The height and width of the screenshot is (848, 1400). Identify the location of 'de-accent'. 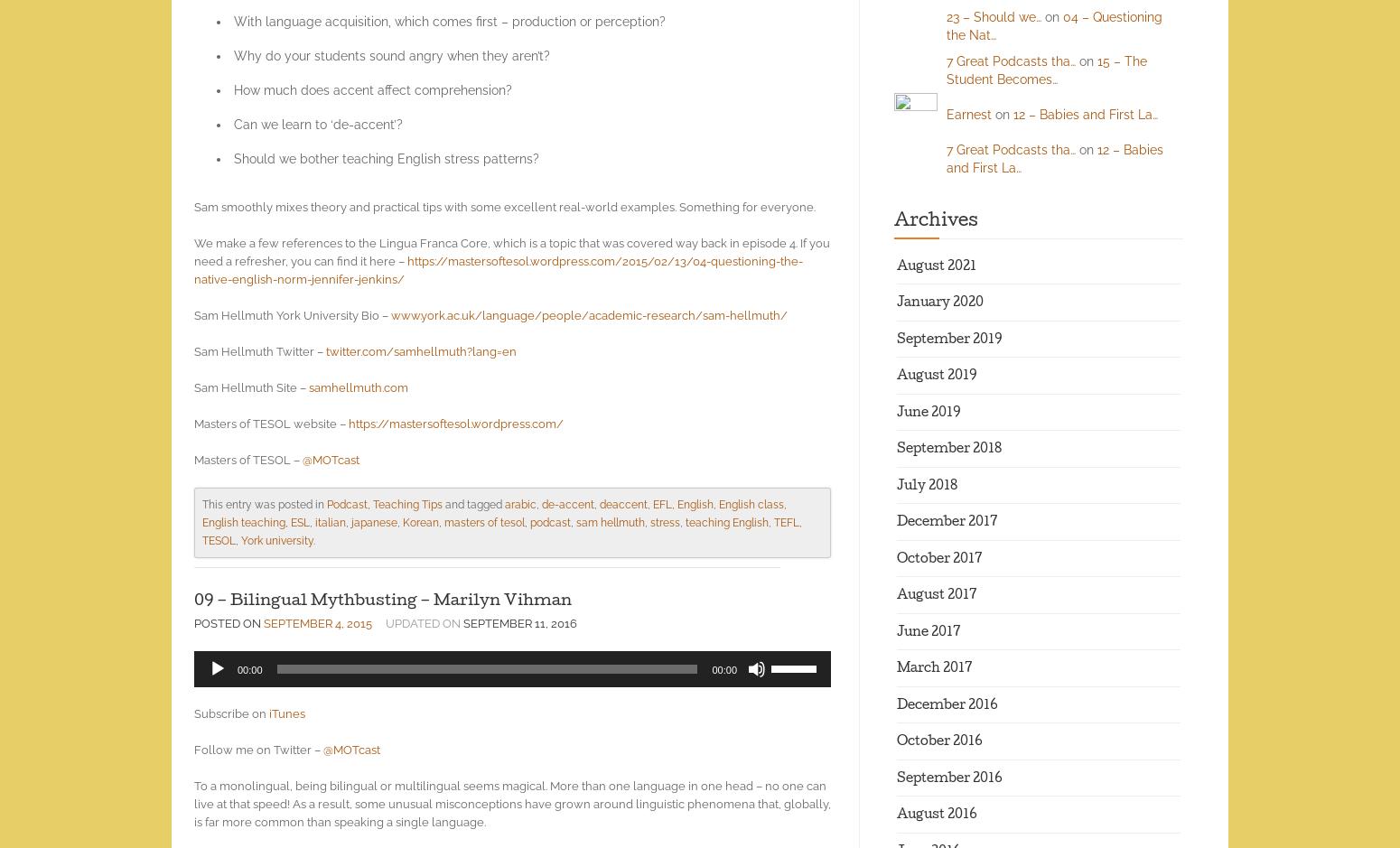
(566, 503).